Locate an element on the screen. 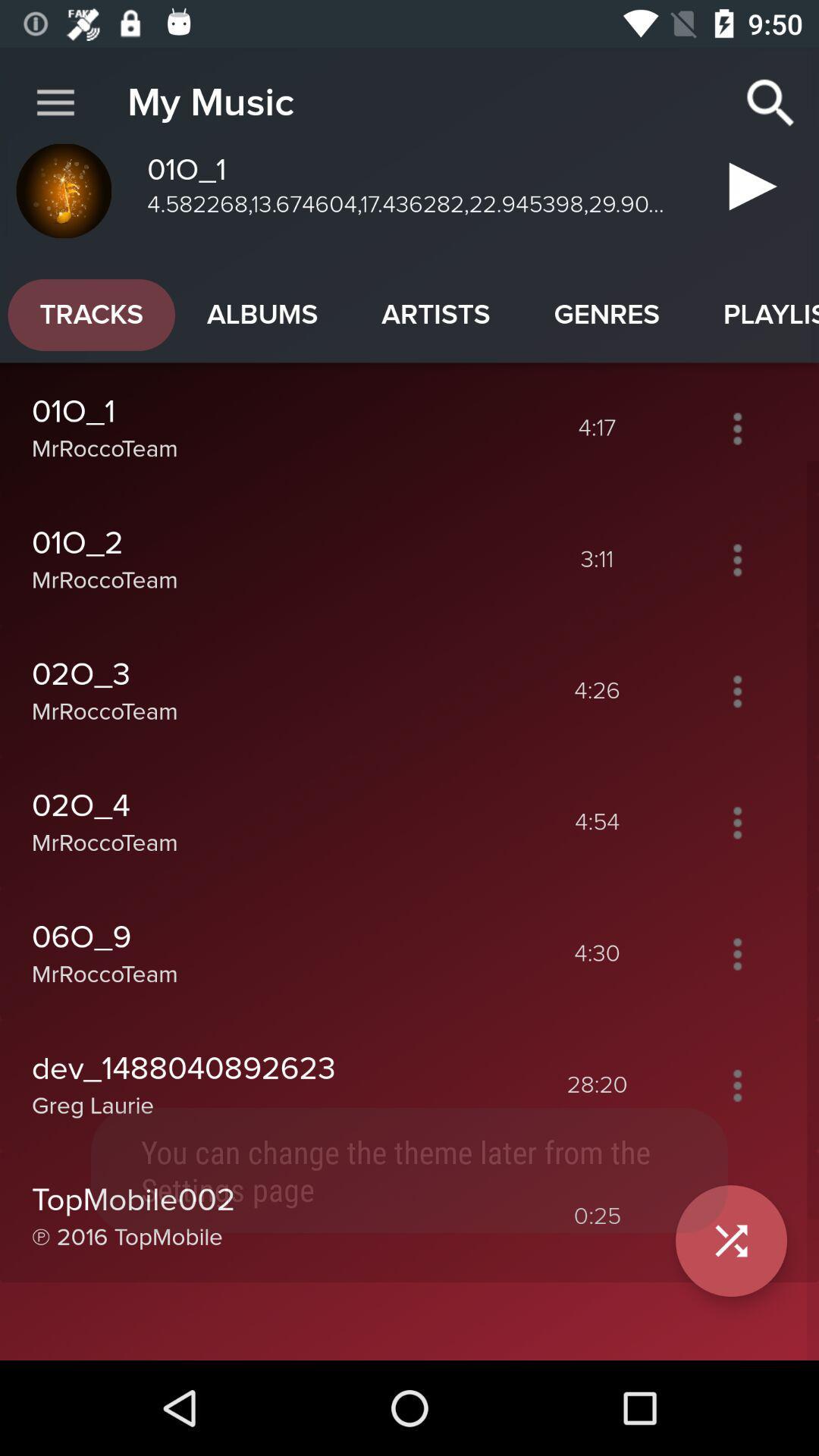  more is located at coordinates (736, 690).